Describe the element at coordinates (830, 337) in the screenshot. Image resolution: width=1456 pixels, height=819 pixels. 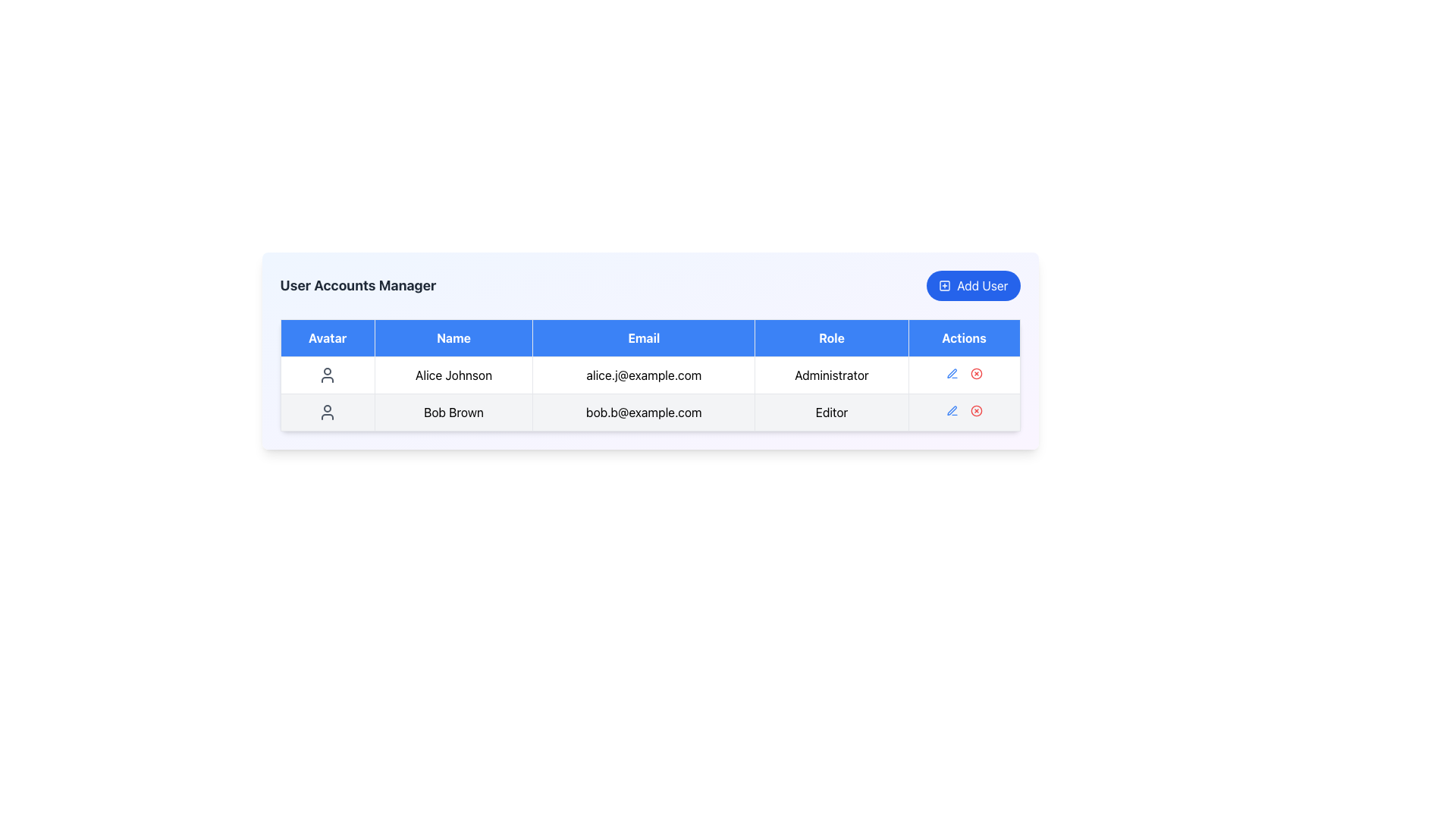
I see `text from the 'Role' column header, which is a rectangular box with white text on a blue background, positioned as the fourth column header in the table` at that location.